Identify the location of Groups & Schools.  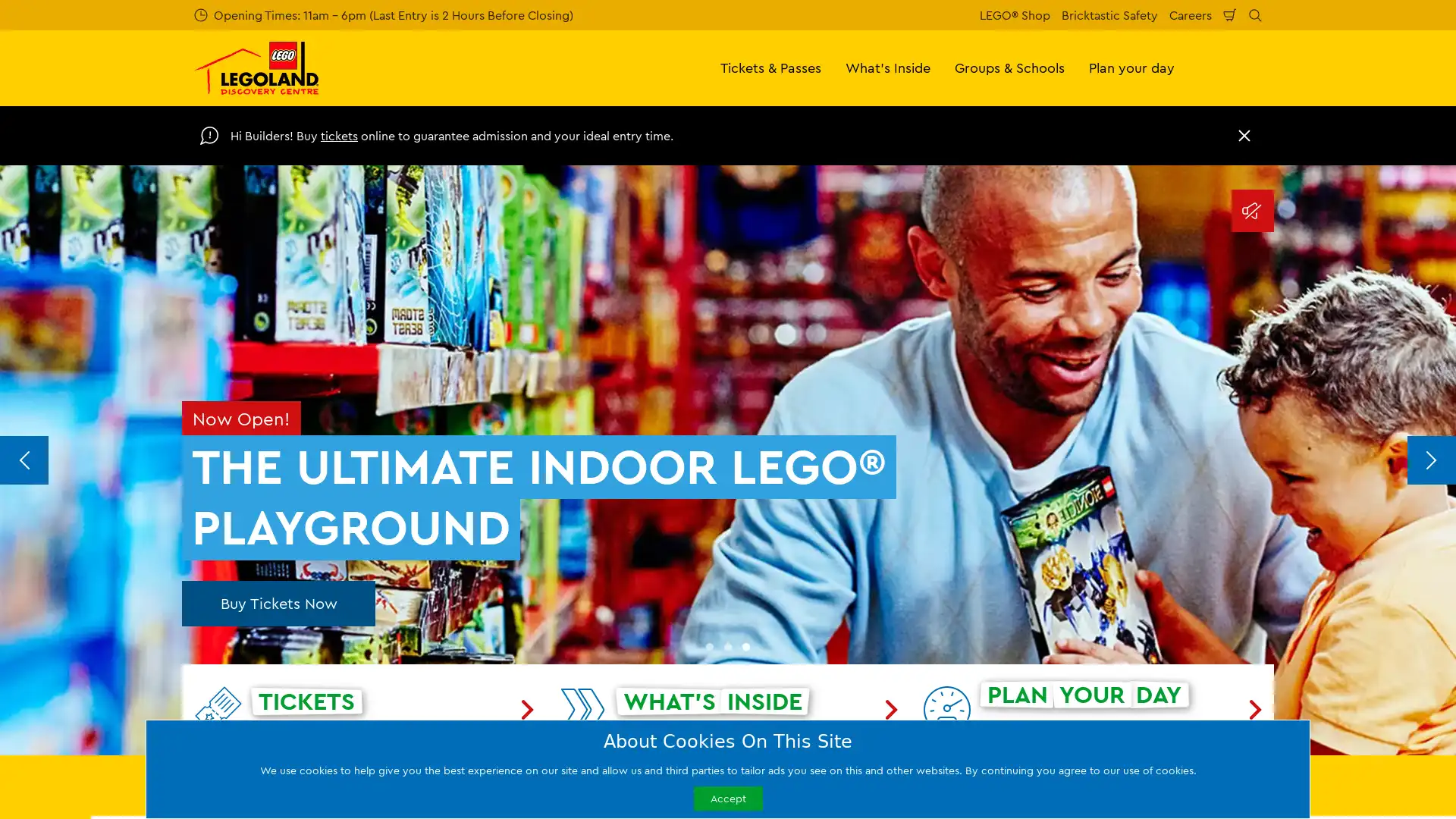
(1009, 67).